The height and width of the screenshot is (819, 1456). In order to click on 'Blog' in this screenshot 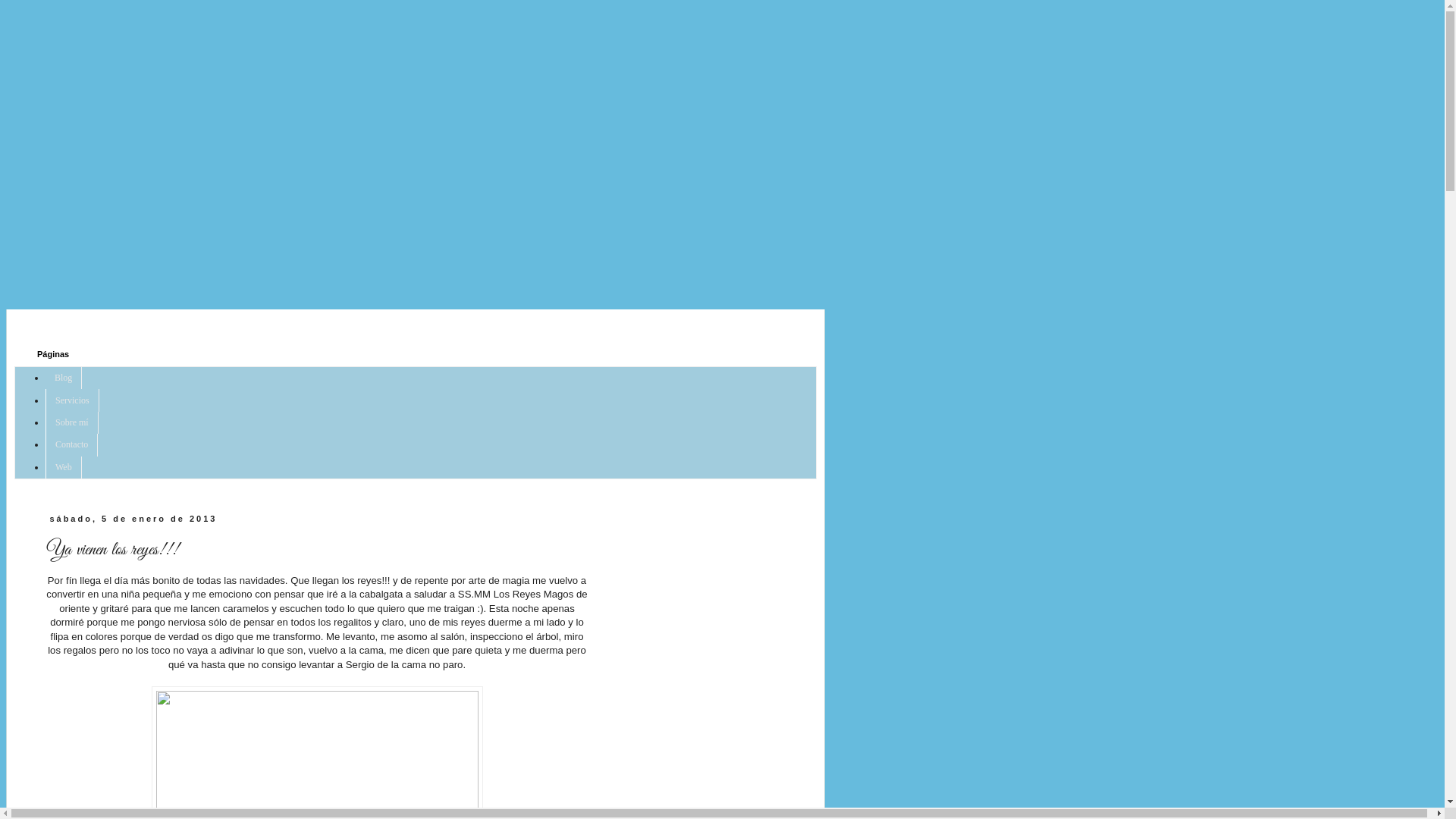, I will do `click(62, 377)`.